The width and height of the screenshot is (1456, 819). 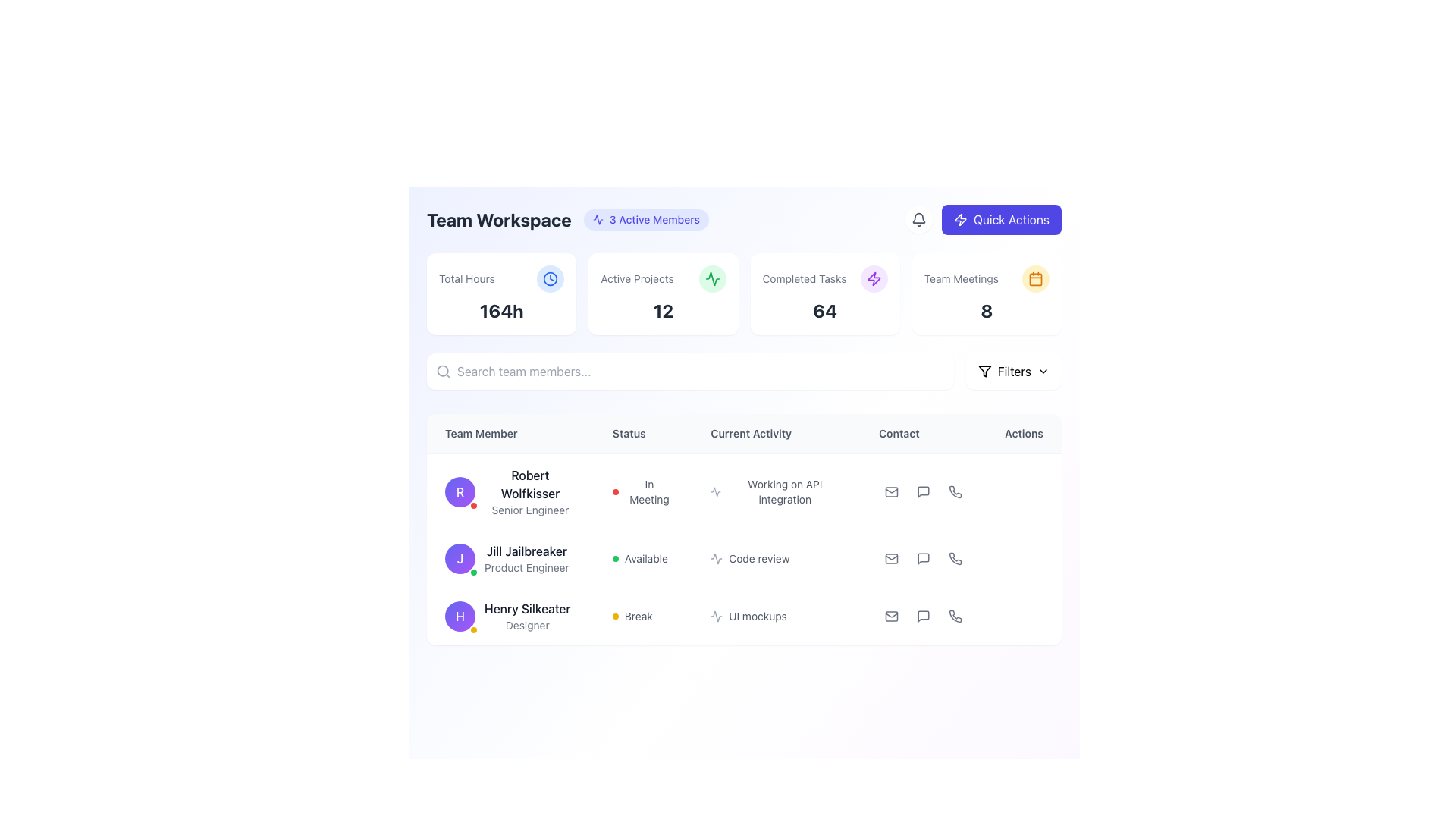 What do you see at coordinates (643, 617) in the screenshot?
I see `the Status indicator for 'Henry Silkeater, Designer', which conveys the current status of the team member as 'Break'` at bounding box center [643, 617].